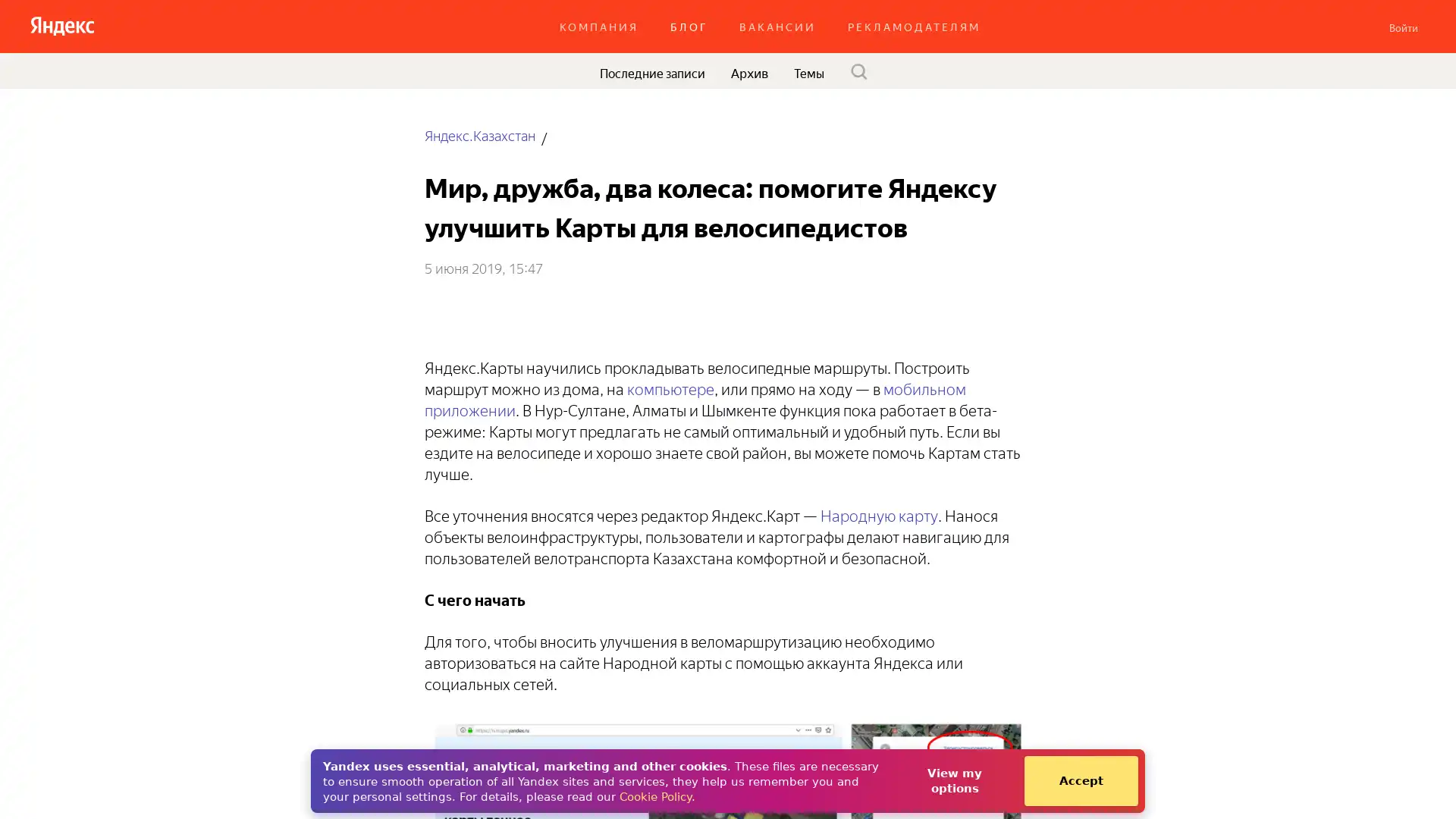  What do you see at coordinates (1080, 780) in the screenshot?
I see `Accept` at bounding box center [1080, 780].